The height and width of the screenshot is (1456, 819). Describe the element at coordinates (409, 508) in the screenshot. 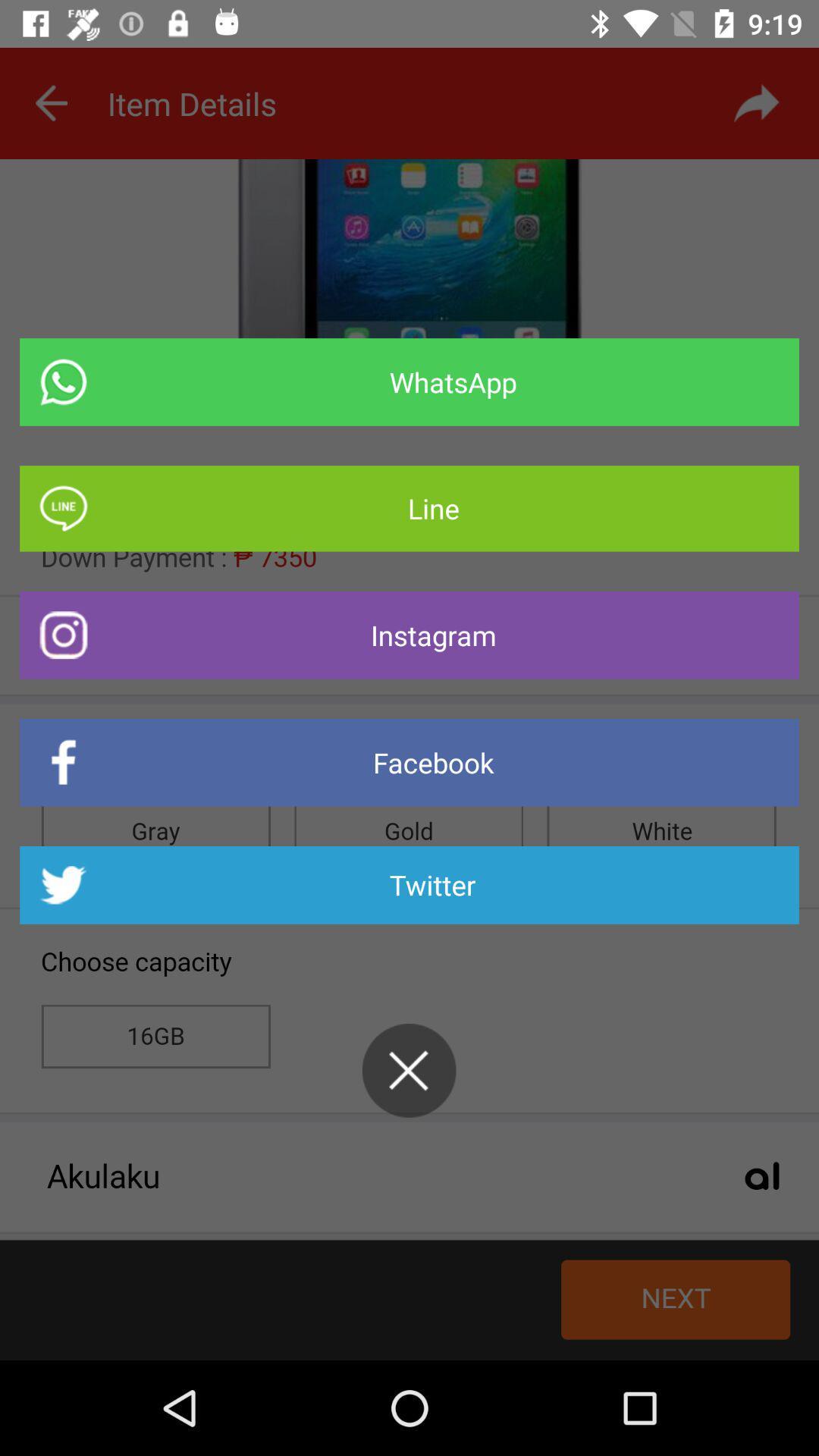

I see `the item below whatsapp item` at that location.